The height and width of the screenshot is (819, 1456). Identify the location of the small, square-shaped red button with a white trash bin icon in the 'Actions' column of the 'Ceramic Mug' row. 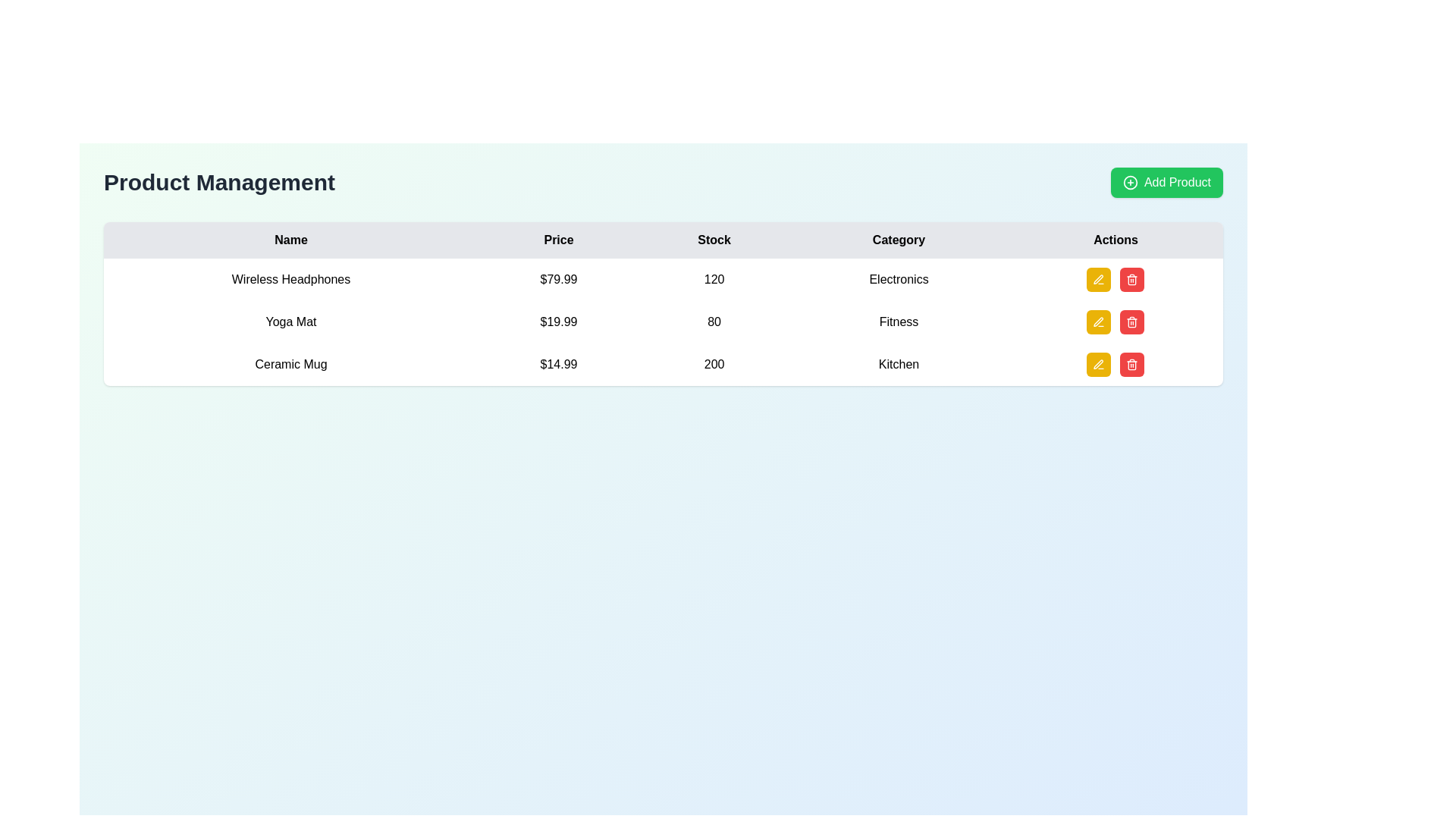
(1132, 321).